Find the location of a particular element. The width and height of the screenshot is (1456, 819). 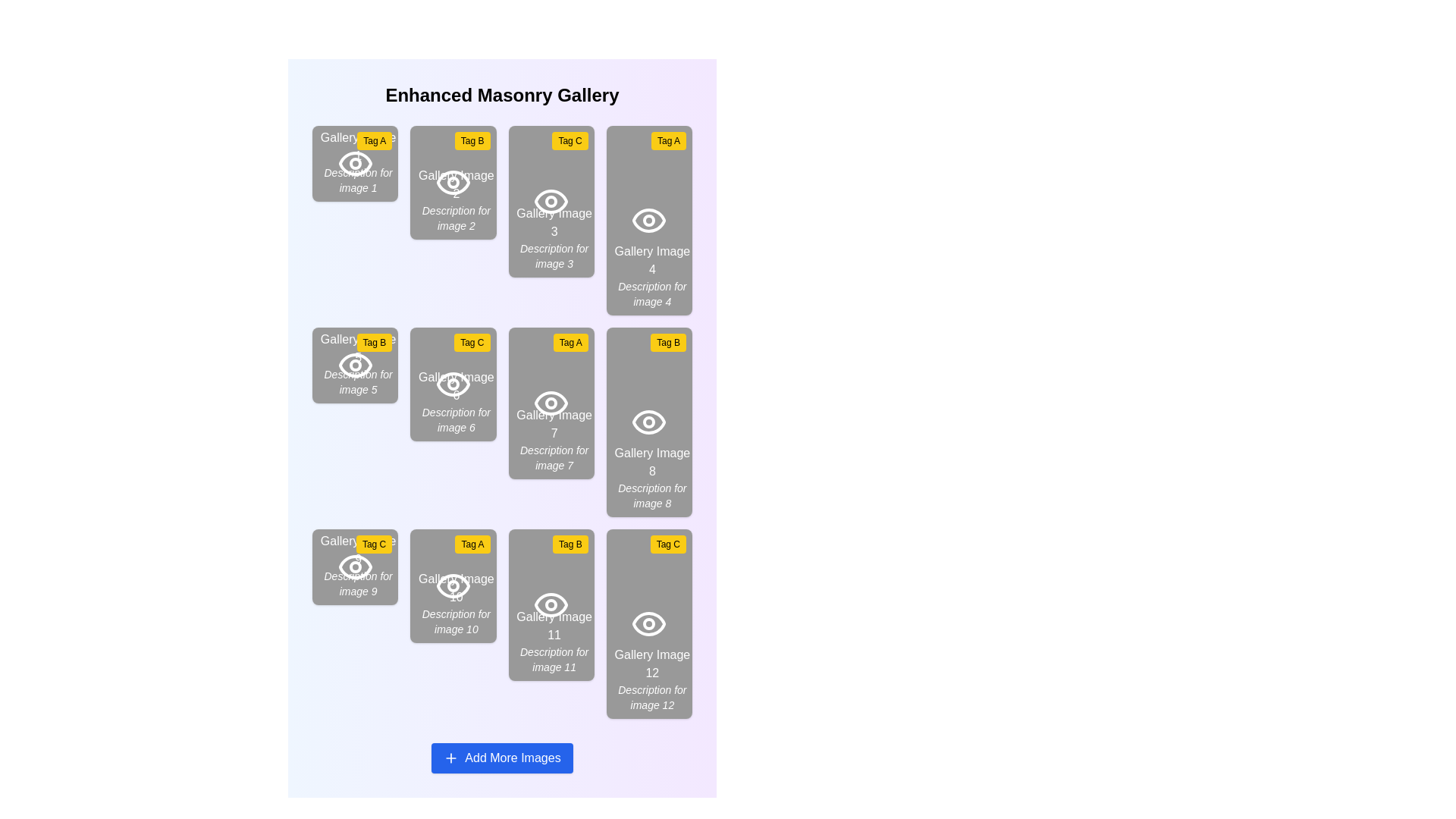

the italicized text label displaying 'Description for image 2,' which is located beneath the 'Gallery Image 2' label in the second column, first row of the gallery grid is located at coordinates (455, 218).